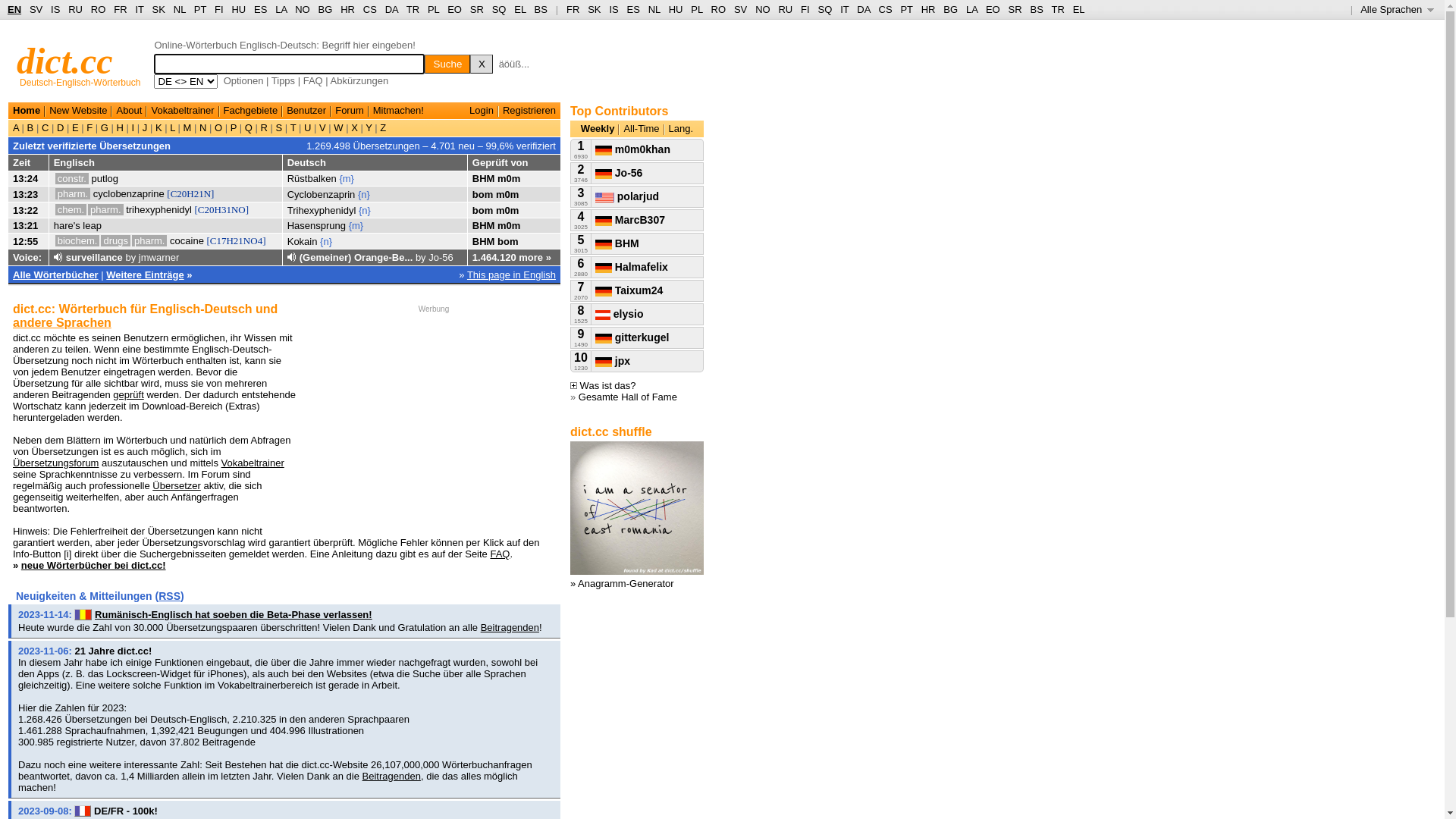 The width and height of the screenshot is (1456, 819). What do you see at coordinates (499, 9) in the screenshot?
I see `'SQ'` at bounding box center [499, 9].